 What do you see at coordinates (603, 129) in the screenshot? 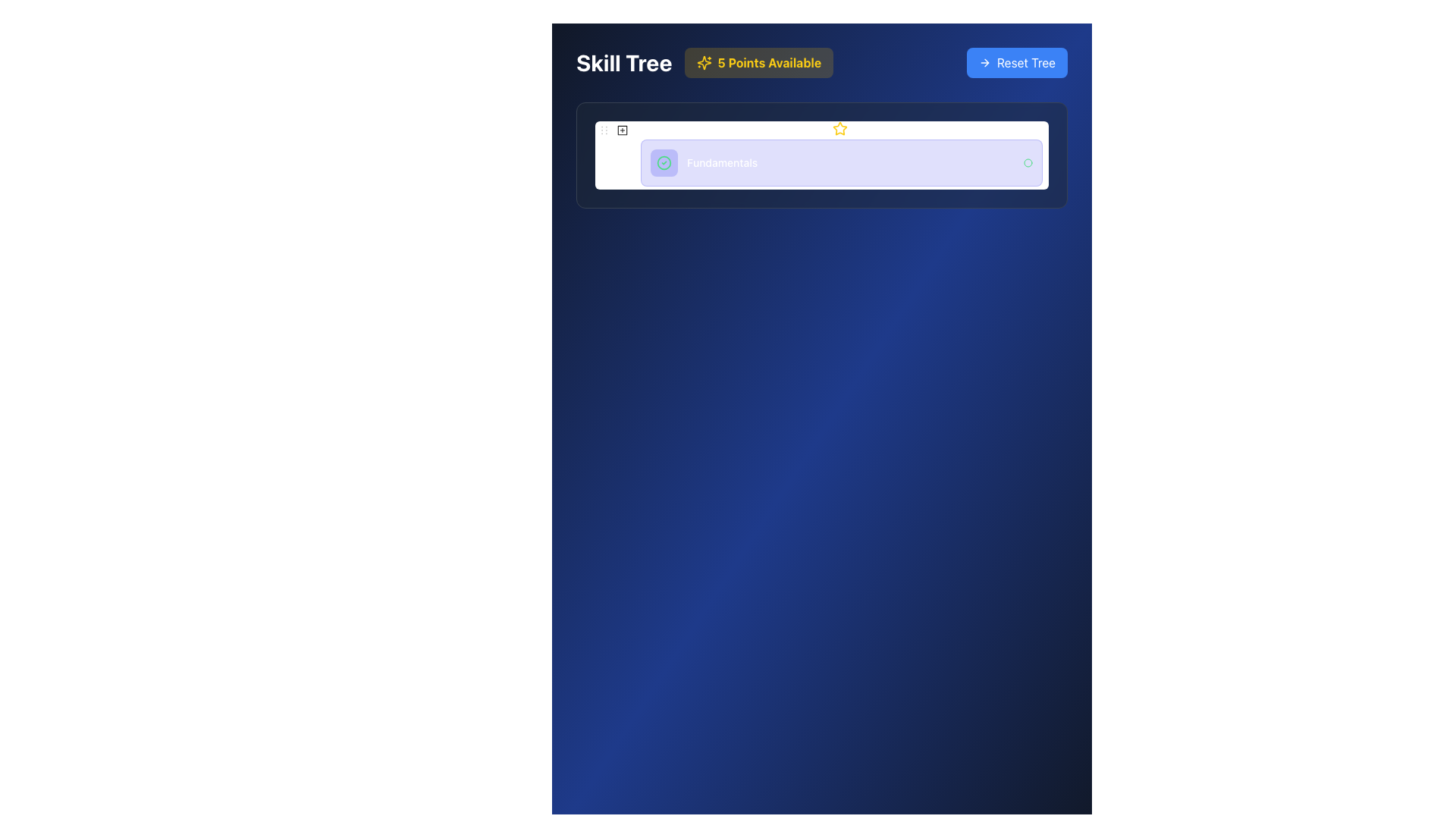
I see `the draggable icon located in the top left corner of the 'Fundamentals' box, next to the 'expand' and 'collapse' icons` at bounding box center [603, 129].